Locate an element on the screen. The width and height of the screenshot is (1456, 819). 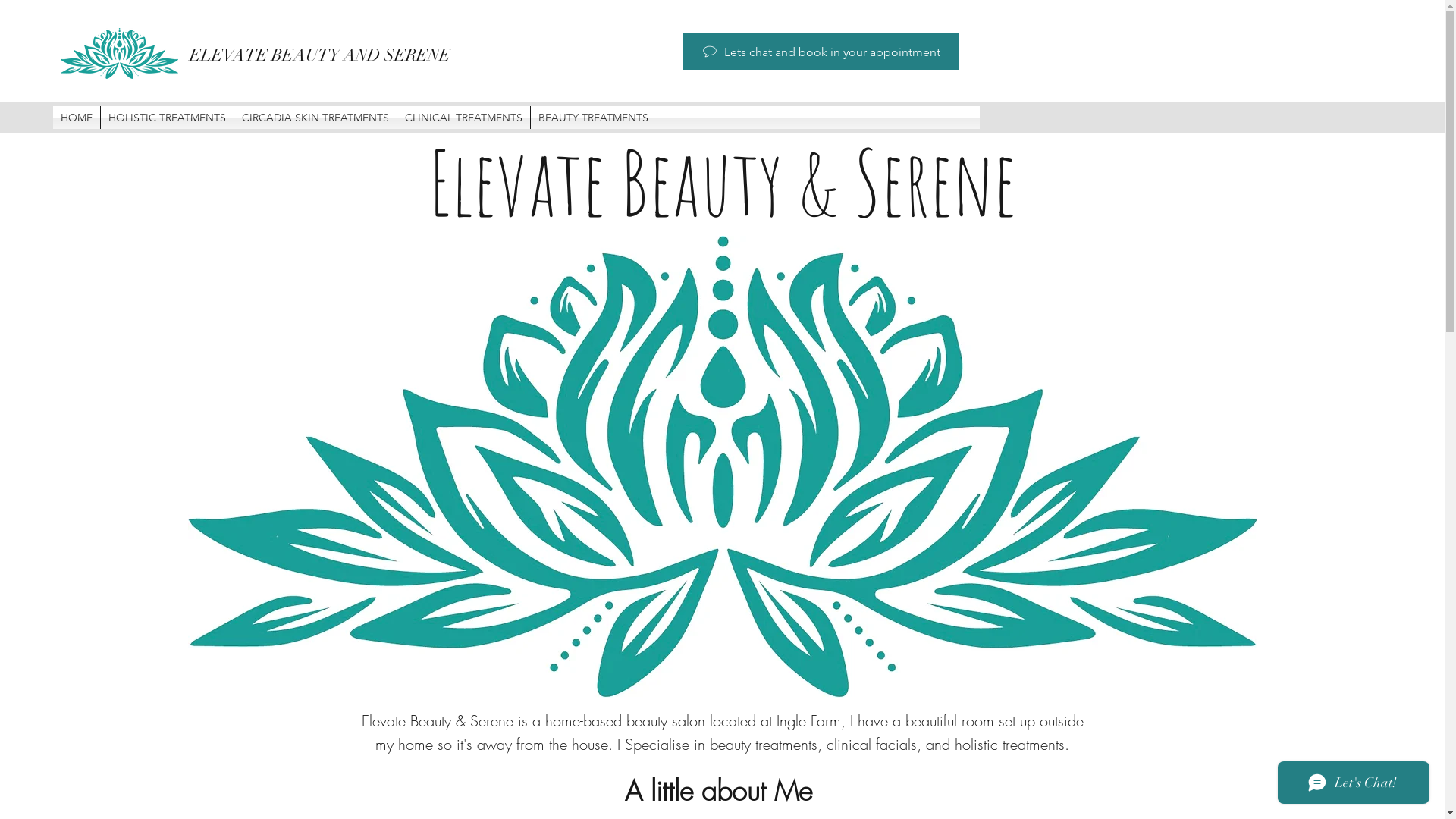
'HOME' is located at coordinates (75, 116).